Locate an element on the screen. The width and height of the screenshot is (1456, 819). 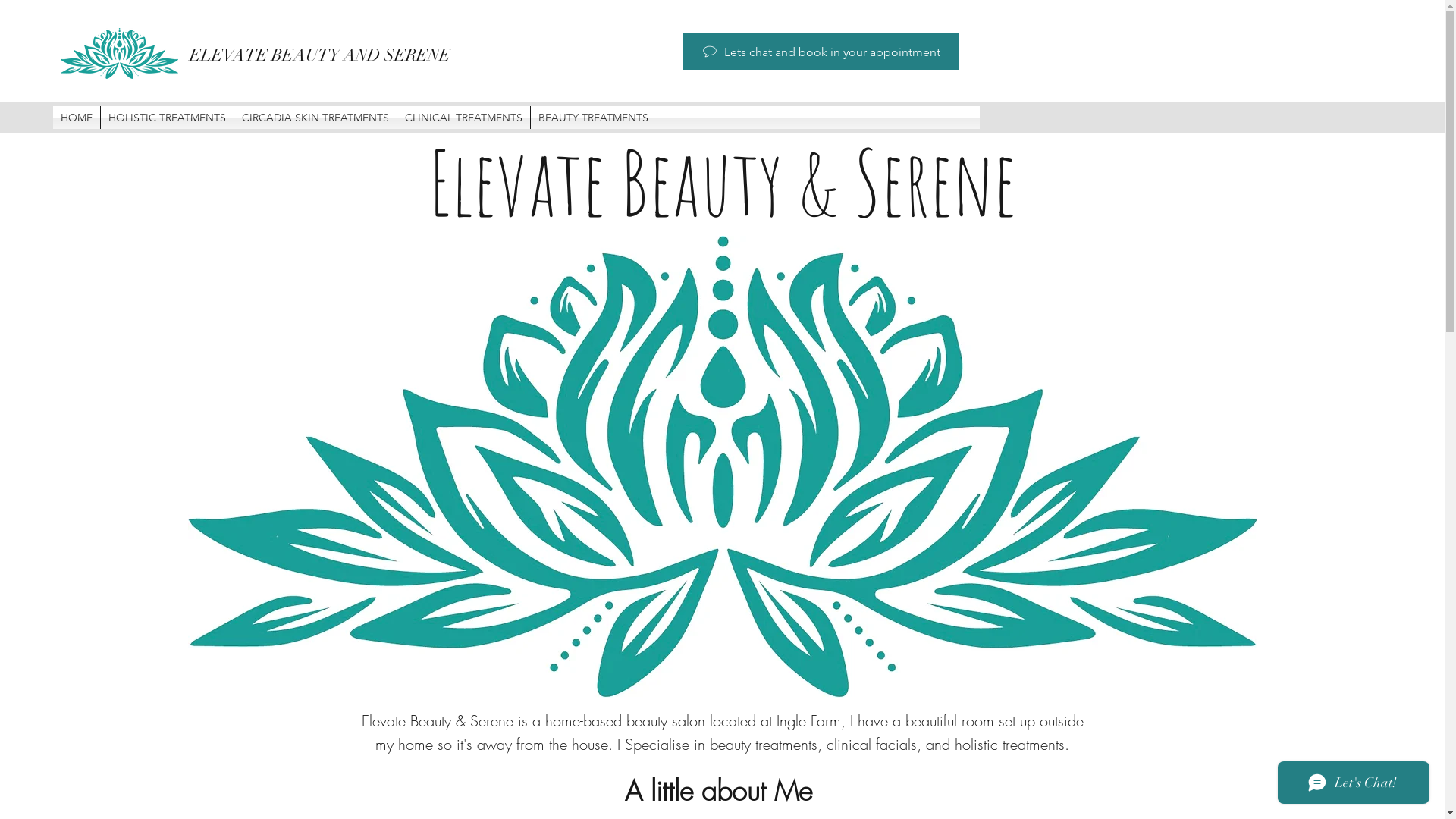
'HOME' is located at coordinates (75, 116).